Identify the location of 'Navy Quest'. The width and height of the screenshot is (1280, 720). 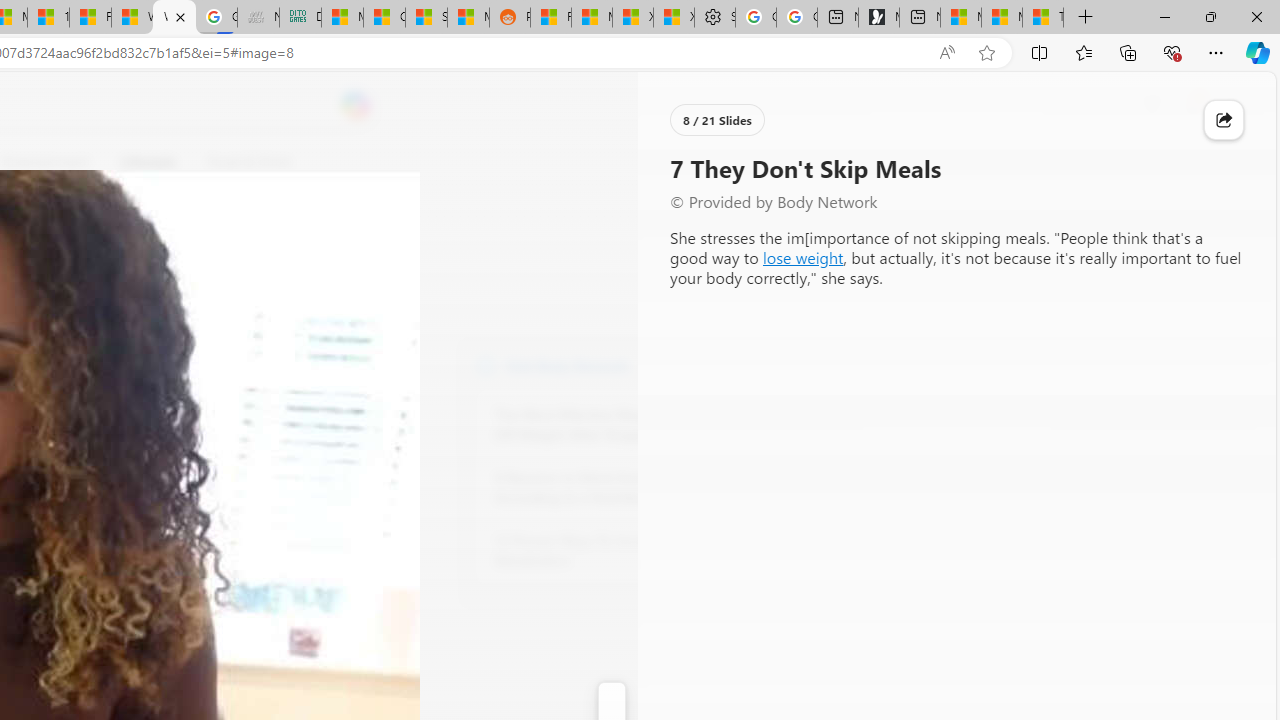
(257, 17).